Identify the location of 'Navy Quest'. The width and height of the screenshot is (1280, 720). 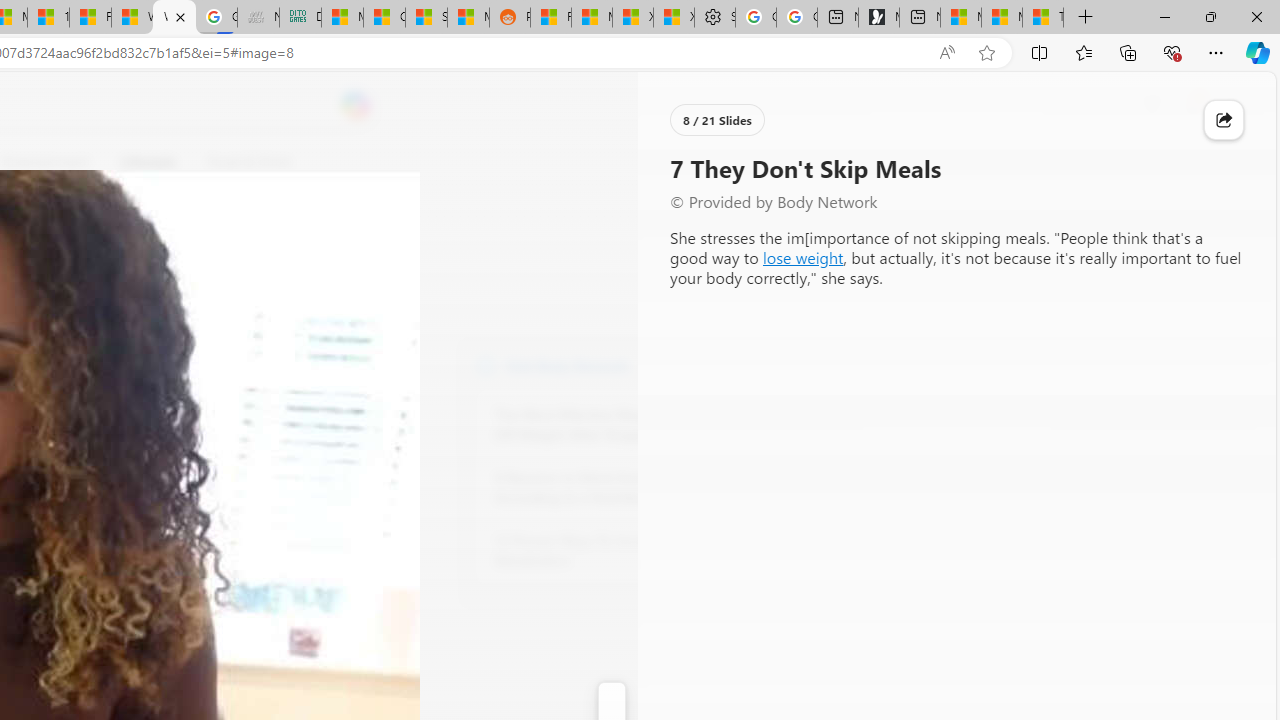
(257, 17).